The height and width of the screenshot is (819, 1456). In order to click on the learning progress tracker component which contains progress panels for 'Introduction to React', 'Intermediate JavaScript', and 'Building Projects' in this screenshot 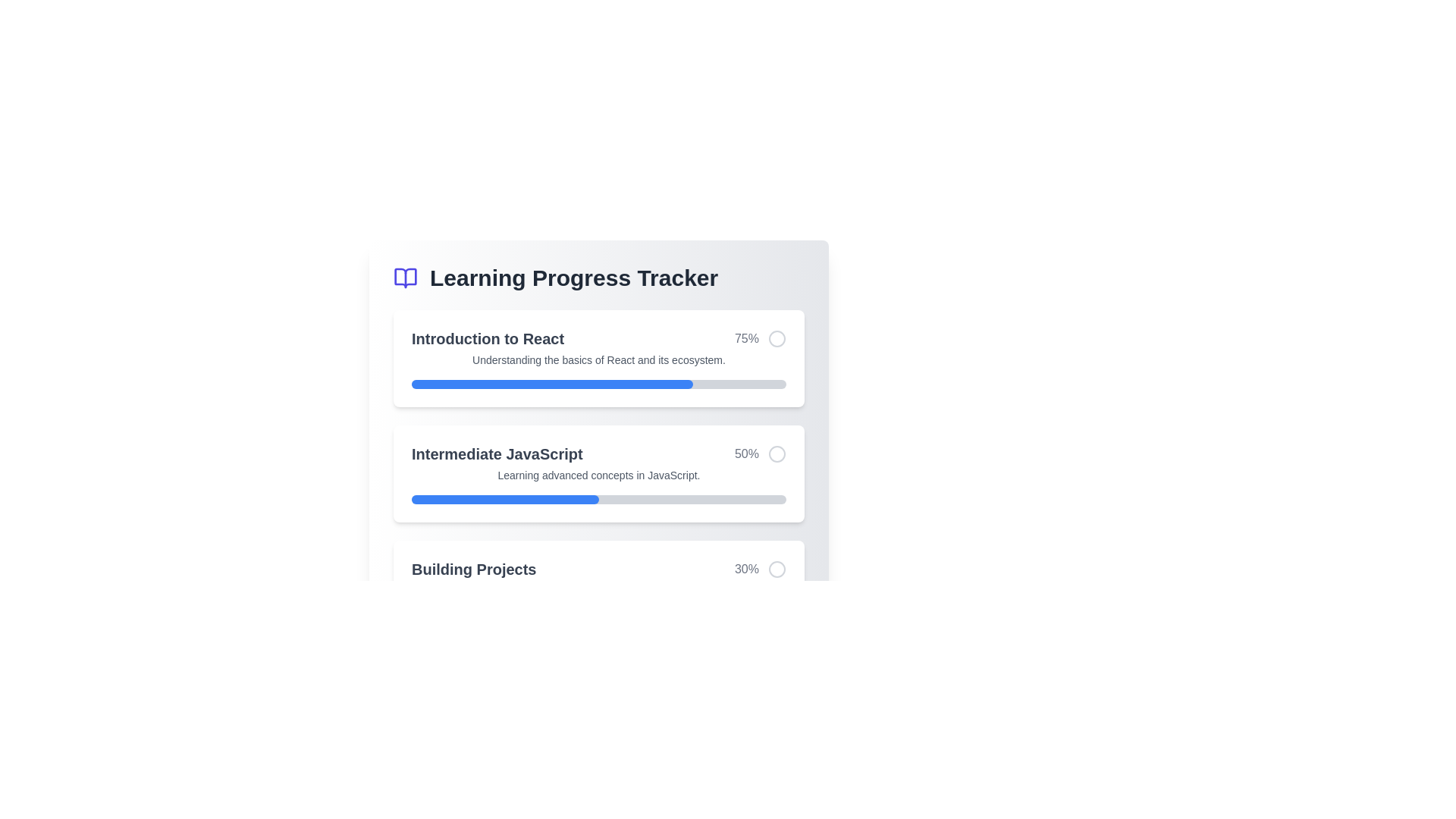, I will do `click(598, 472)`.